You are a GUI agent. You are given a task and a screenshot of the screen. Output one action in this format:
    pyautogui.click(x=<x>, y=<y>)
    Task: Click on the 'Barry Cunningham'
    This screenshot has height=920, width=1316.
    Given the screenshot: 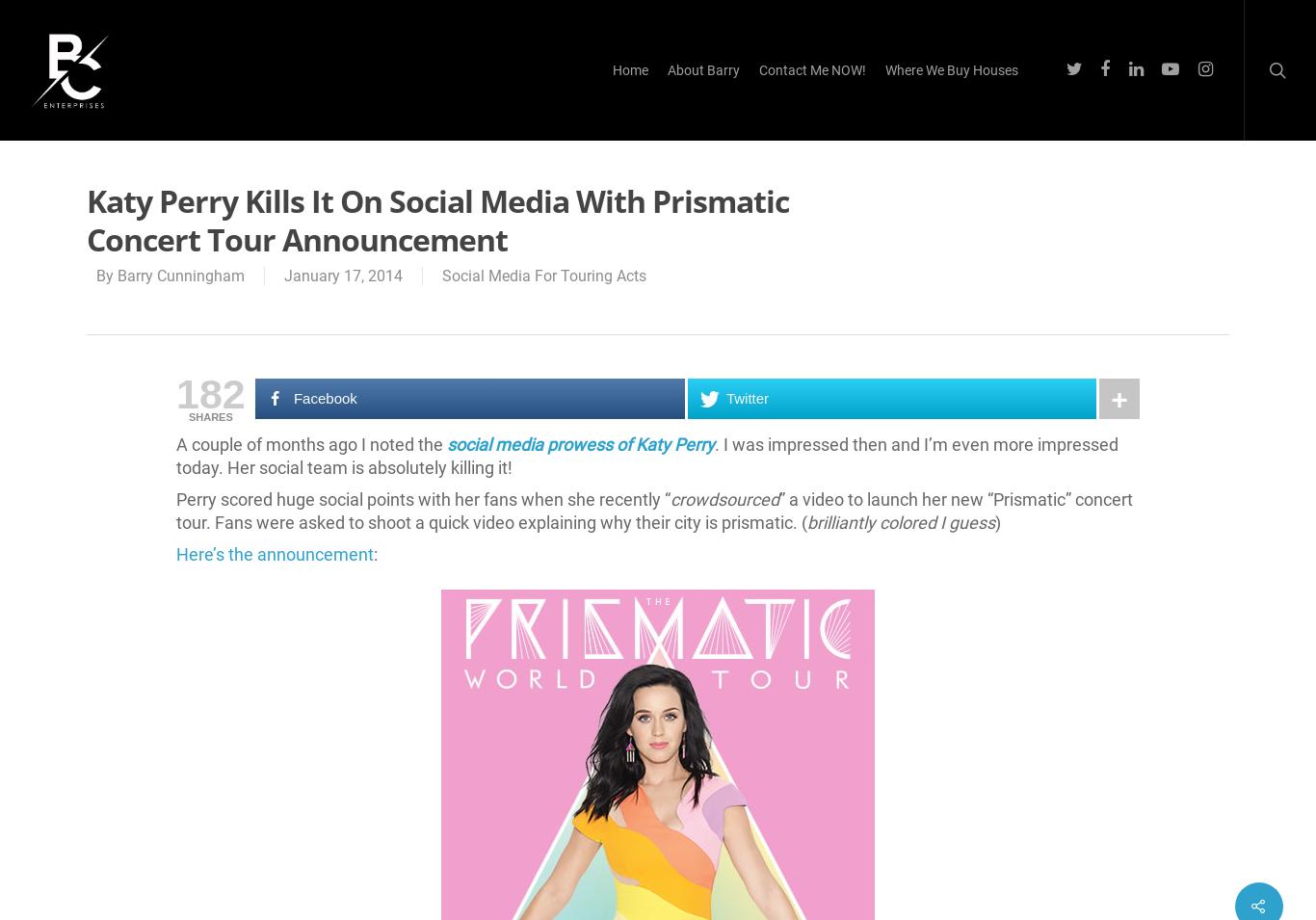 What is the action you would take?
    pyautogui.click(x=179, y=276)
    